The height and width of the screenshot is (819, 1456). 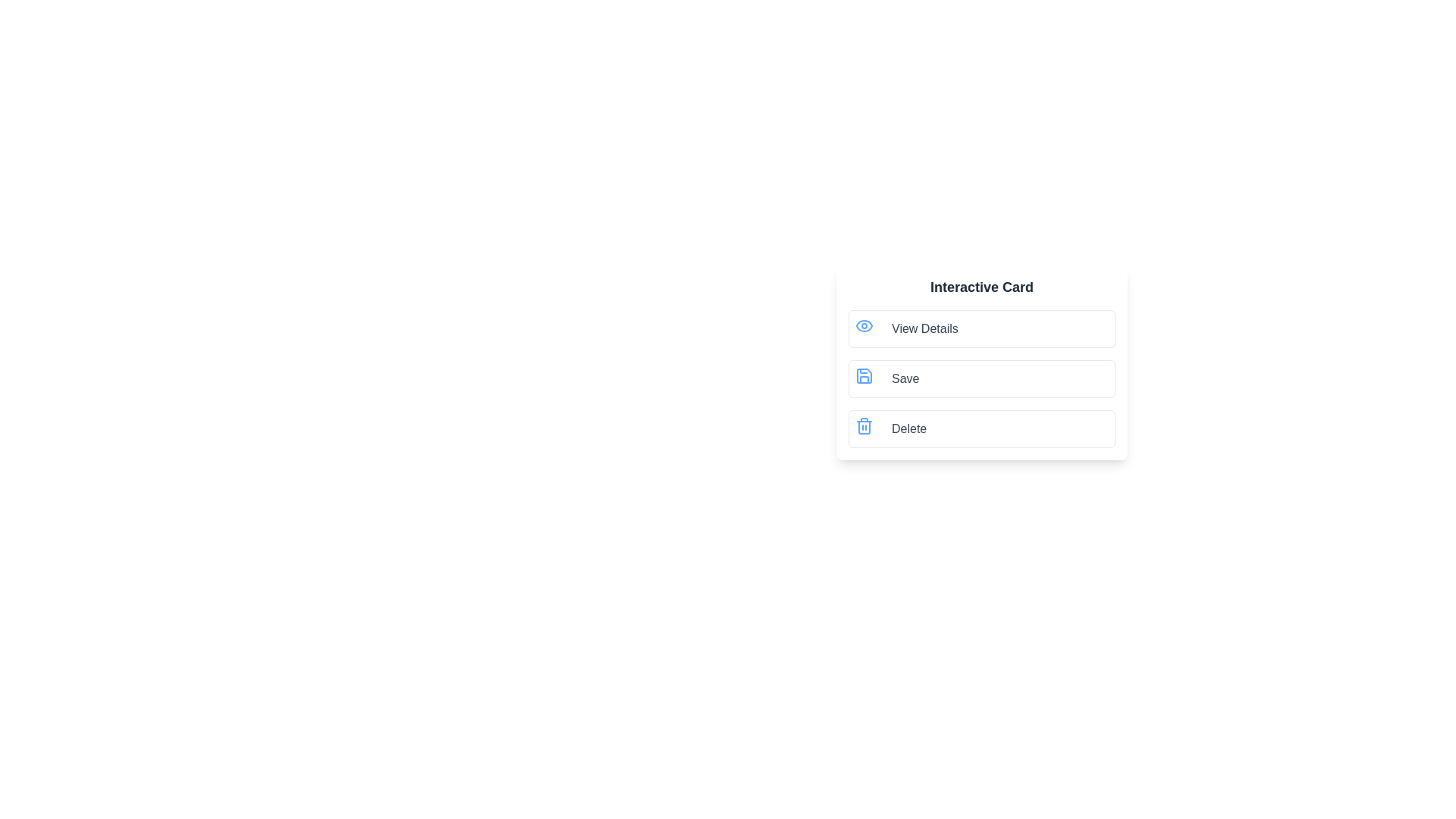 What do you see at coordinates (982, 378) in the screenshot?
I see `the 'Save' button located in the 'Interactive Card'` at bounding box center [982, 378].